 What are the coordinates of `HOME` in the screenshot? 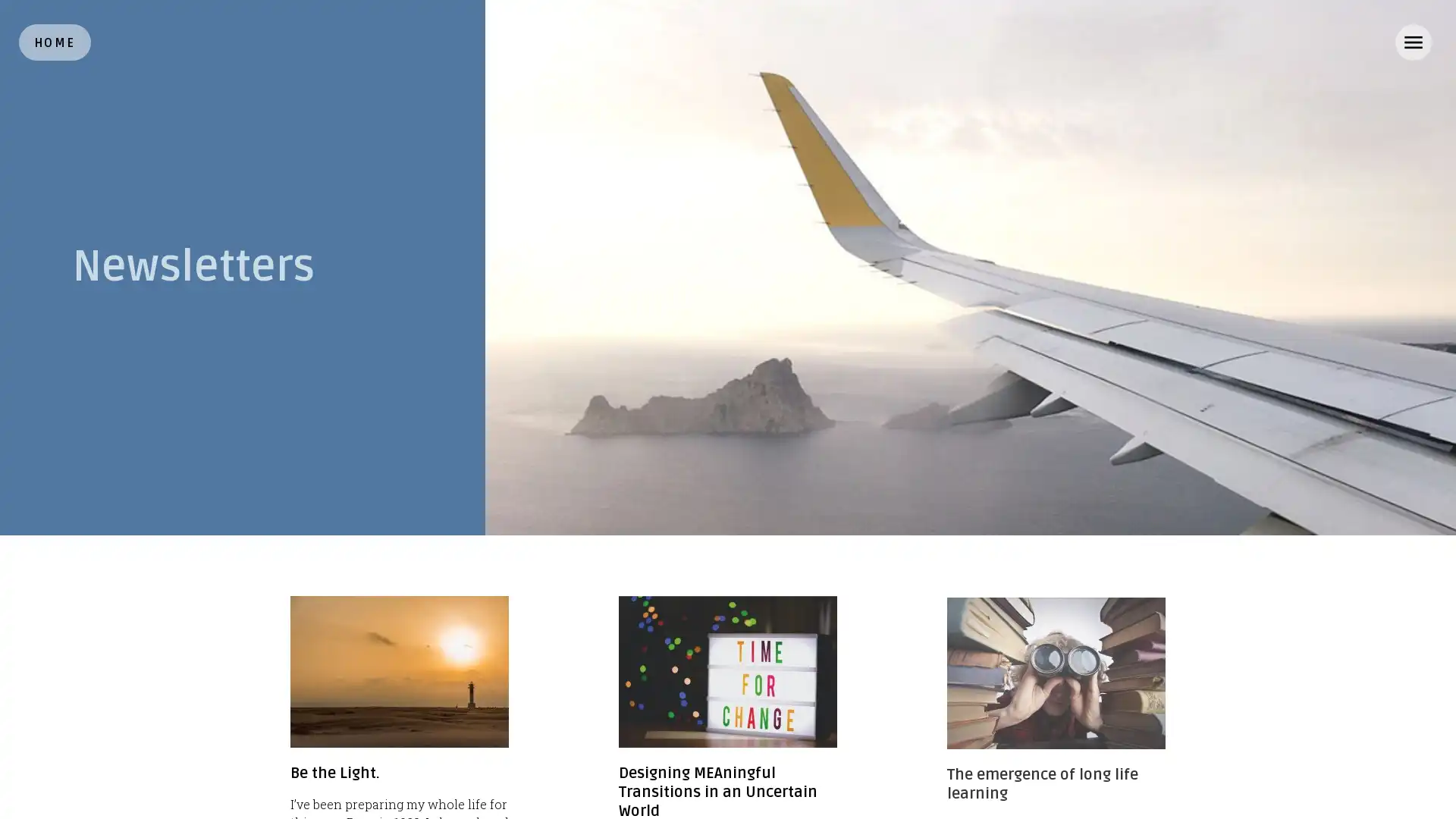 It's located at (55, 42).